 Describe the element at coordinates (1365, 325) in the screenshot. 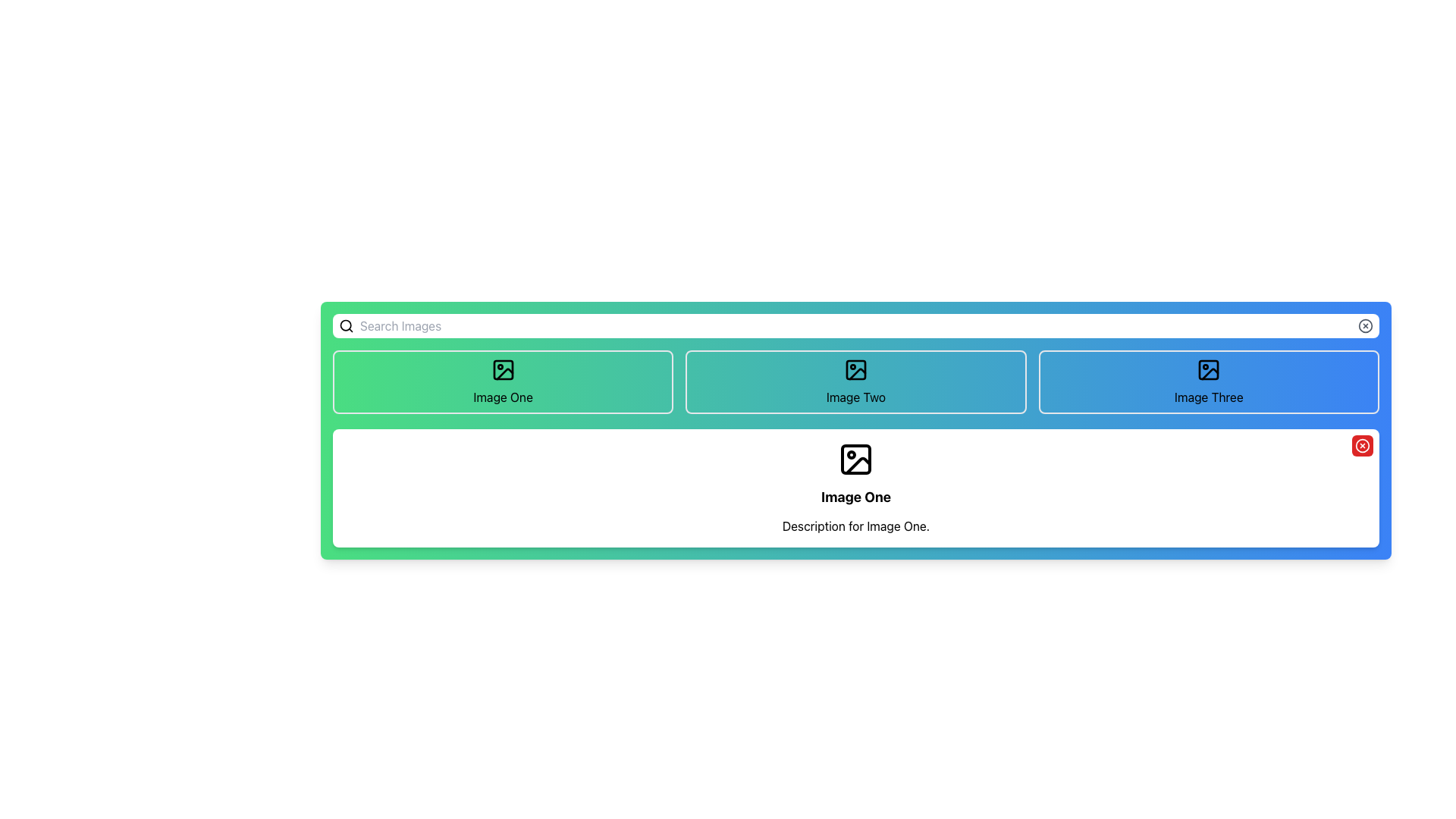

I see `the clear button located at the far right end of the top search bar to clear the text input` at that location.